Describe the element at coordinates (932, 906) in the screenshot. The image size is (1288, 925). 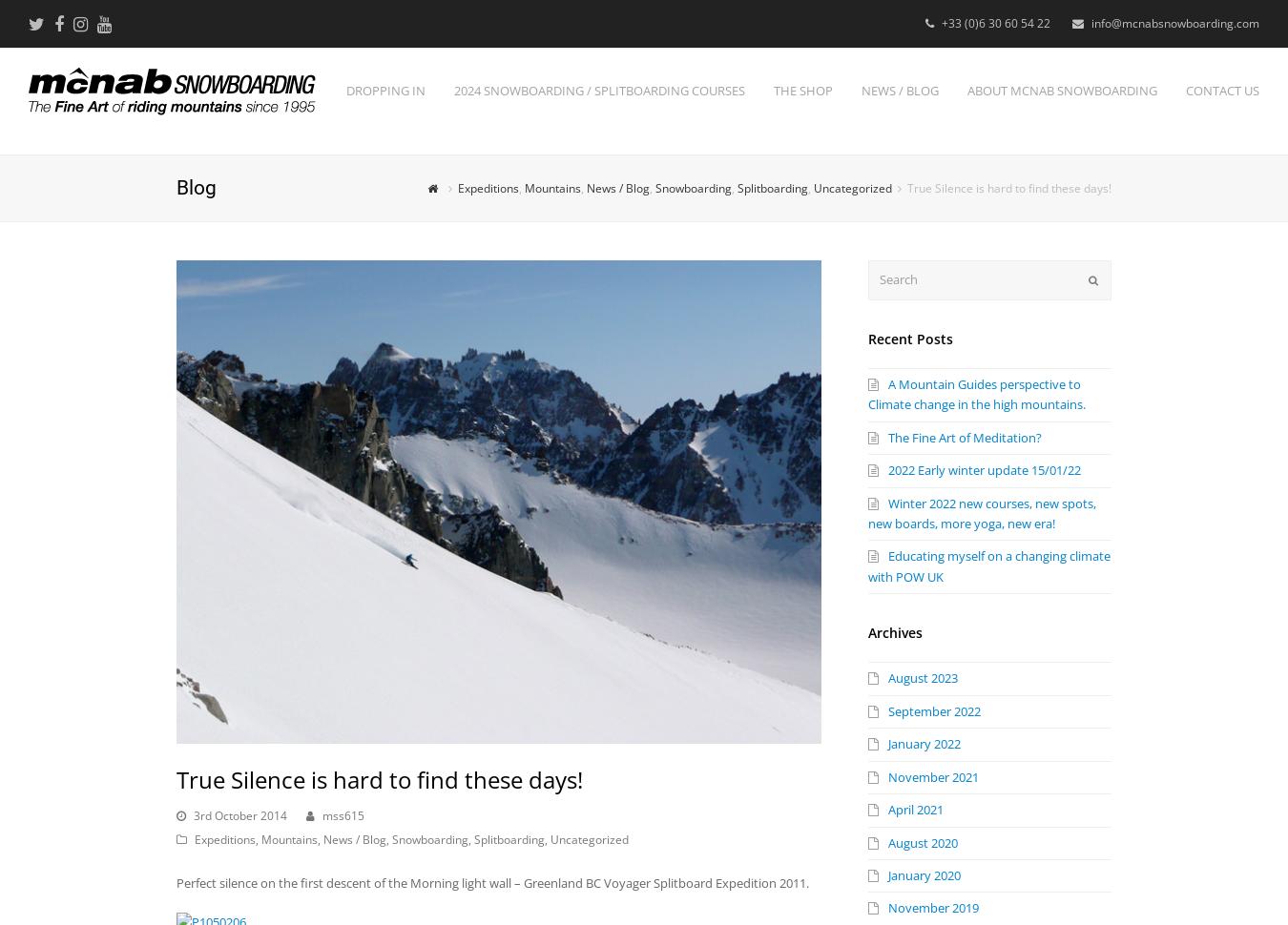
I see `'November 2019'` at that location.